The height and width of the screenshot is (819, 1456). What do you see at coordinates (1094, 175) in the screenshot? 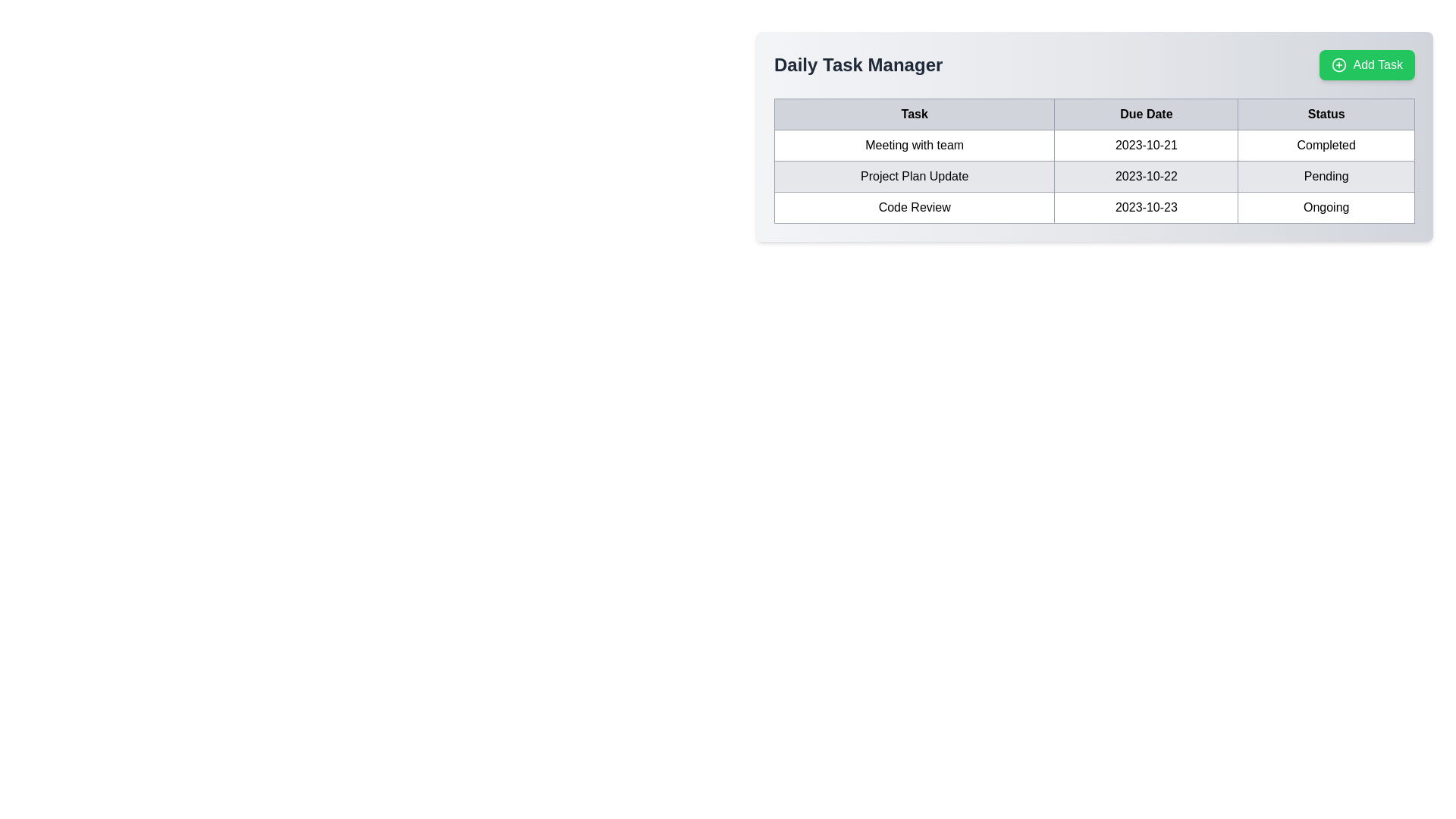
I see `the second row in the table that displays data related to the task 'Project Plan Update', located between 'Meeting with team' and 'Code Review'` at bounding box center [1094, 175].